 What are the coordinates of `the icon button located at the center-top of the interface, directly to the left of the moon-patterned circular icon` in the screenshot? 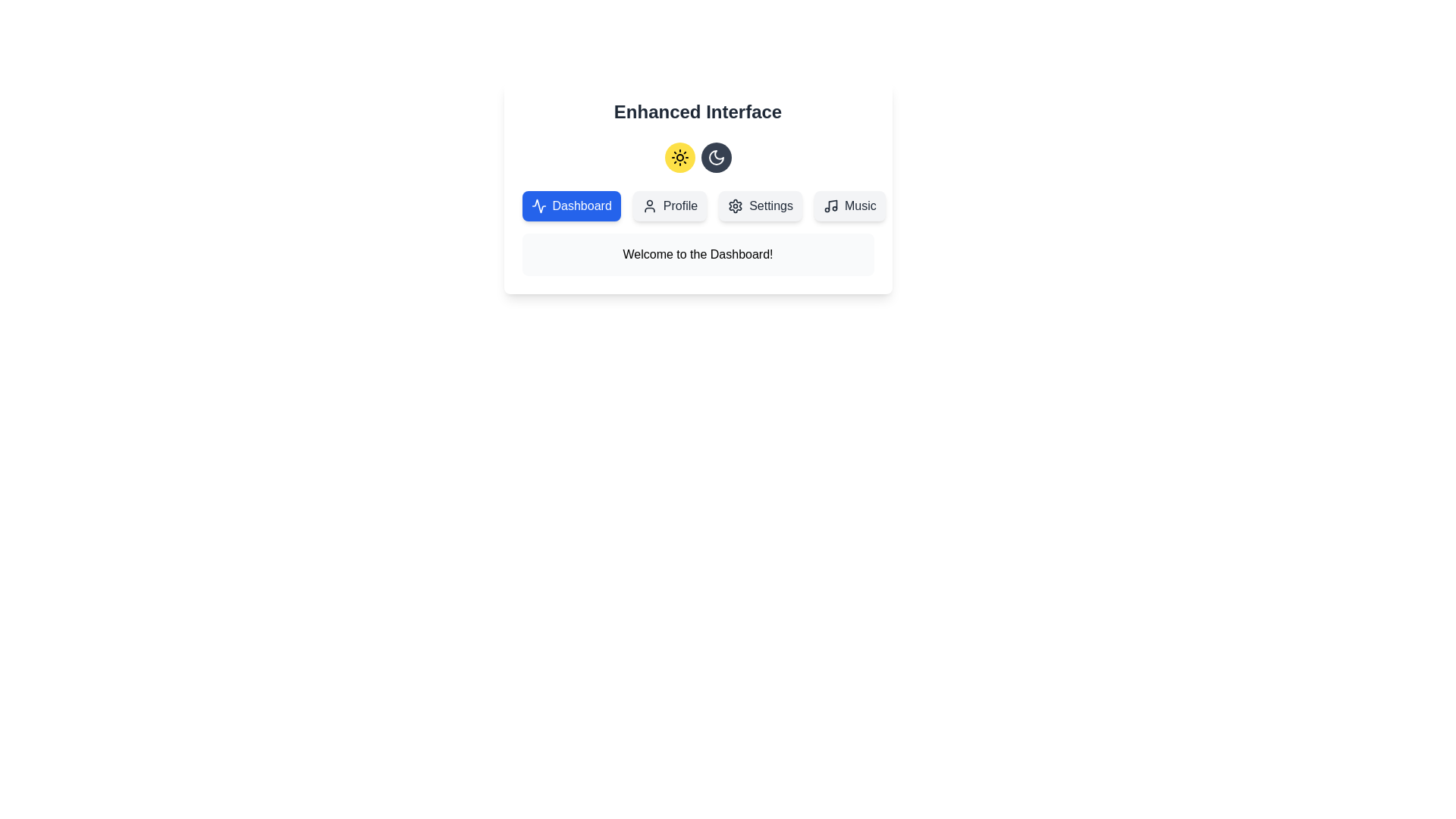 It's located at (679, 158).